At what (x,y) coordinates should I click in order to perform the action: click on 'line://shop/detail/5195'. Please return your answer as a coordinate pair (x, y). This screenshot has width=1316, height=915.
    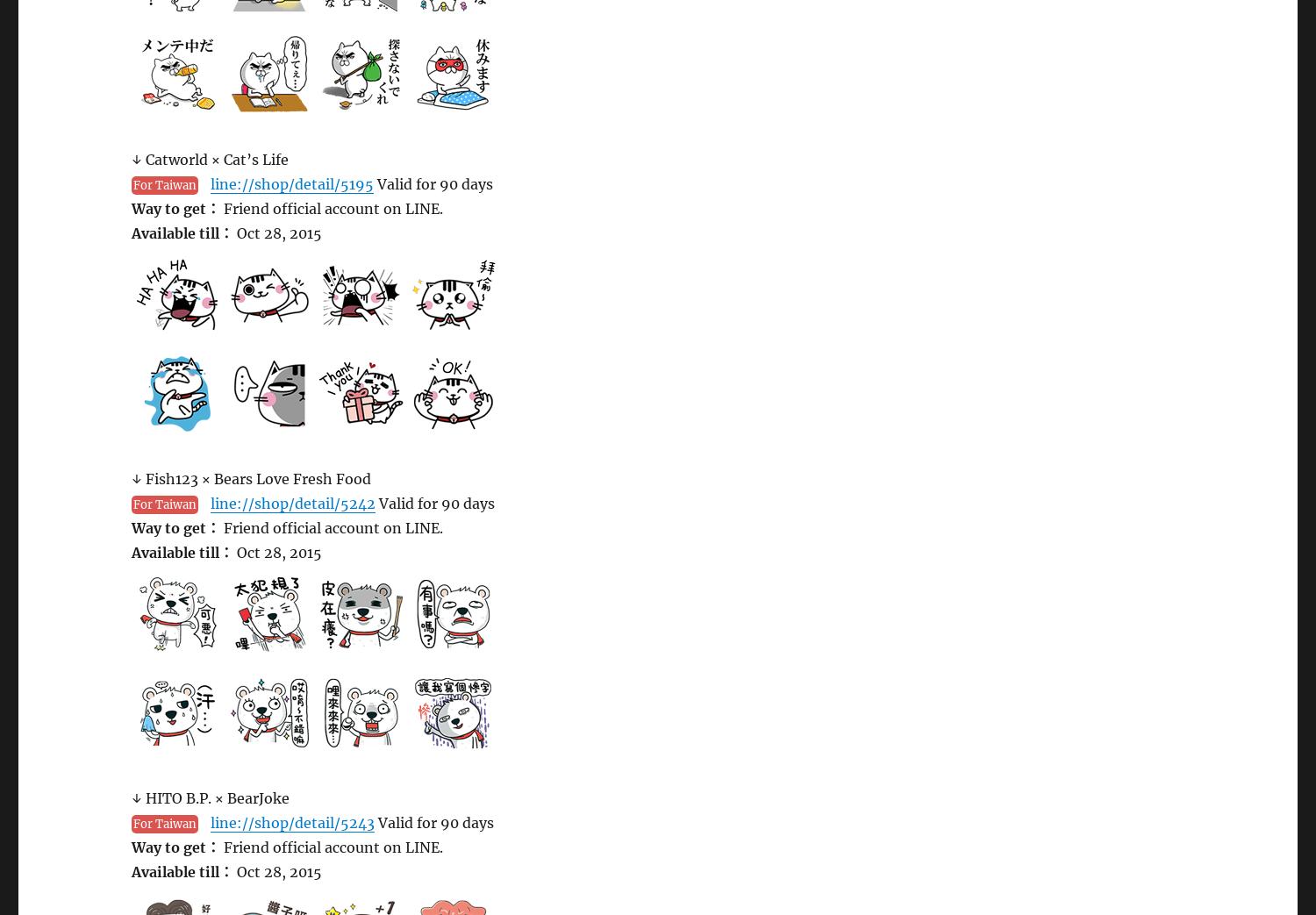
    Looking at the image, I should click on (291, 182).